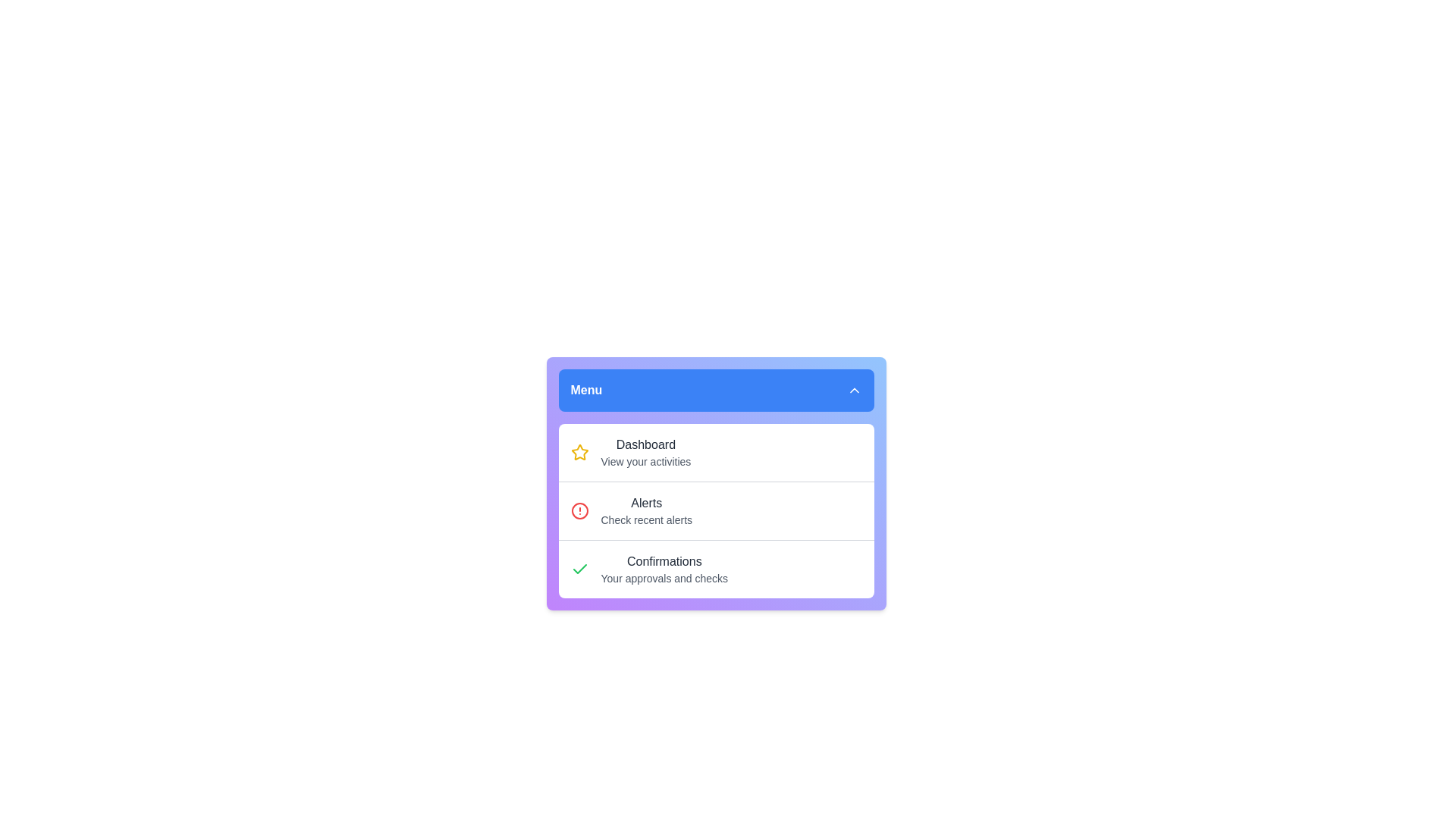 Image resolution: width=1456 pixels, height=819 pixels. What do you see at coordinates (646, 511) in the screenshot?
I see `the 'Recent Alerts' menu option, which is the second item in the vertical list of a hoverable menu box, located directly below 'Dashboard'` at bounding box center [646, 511].